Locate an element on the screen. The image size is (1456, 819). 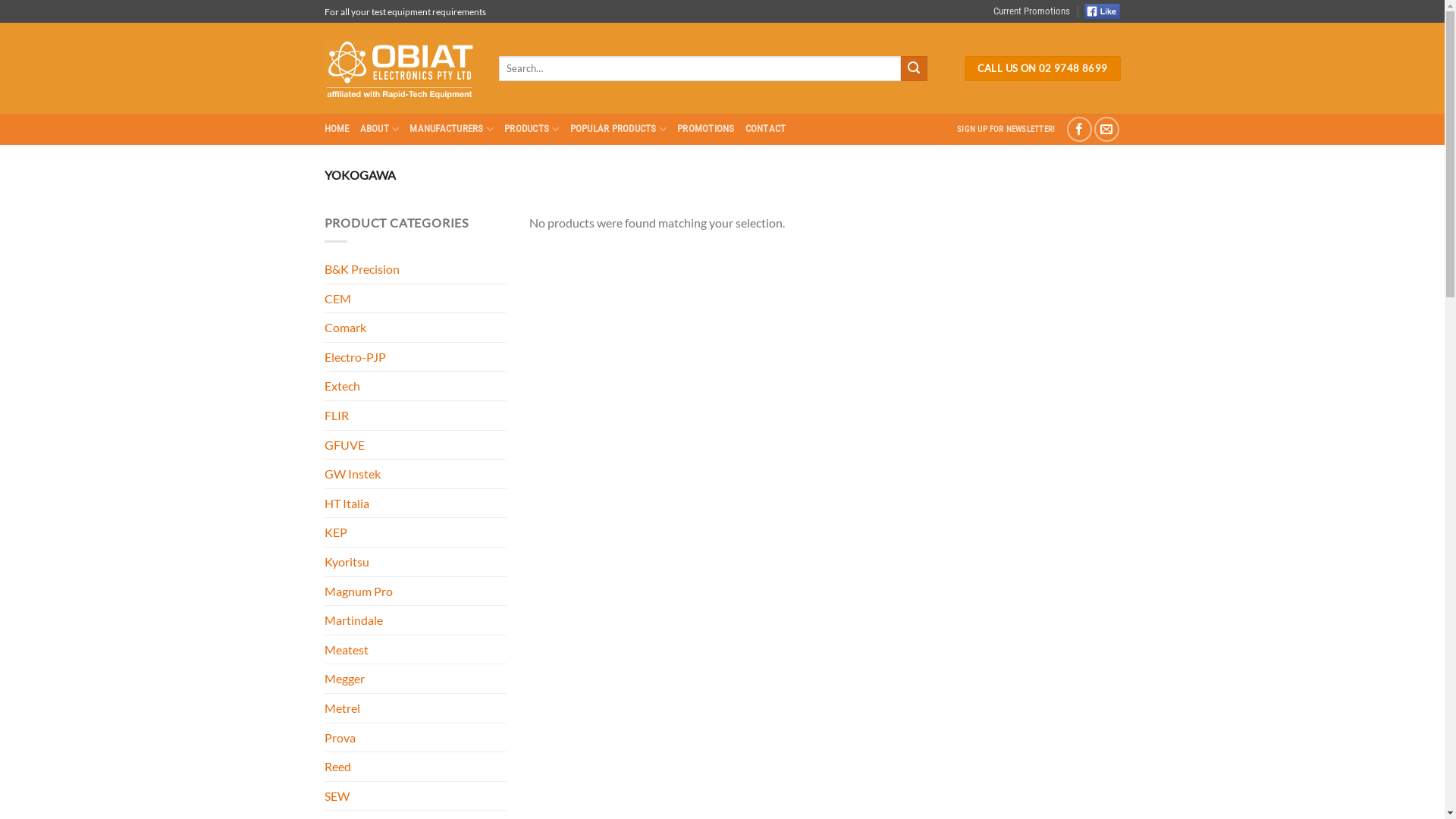
'GFUVE' is located at coordinates (415, 444).